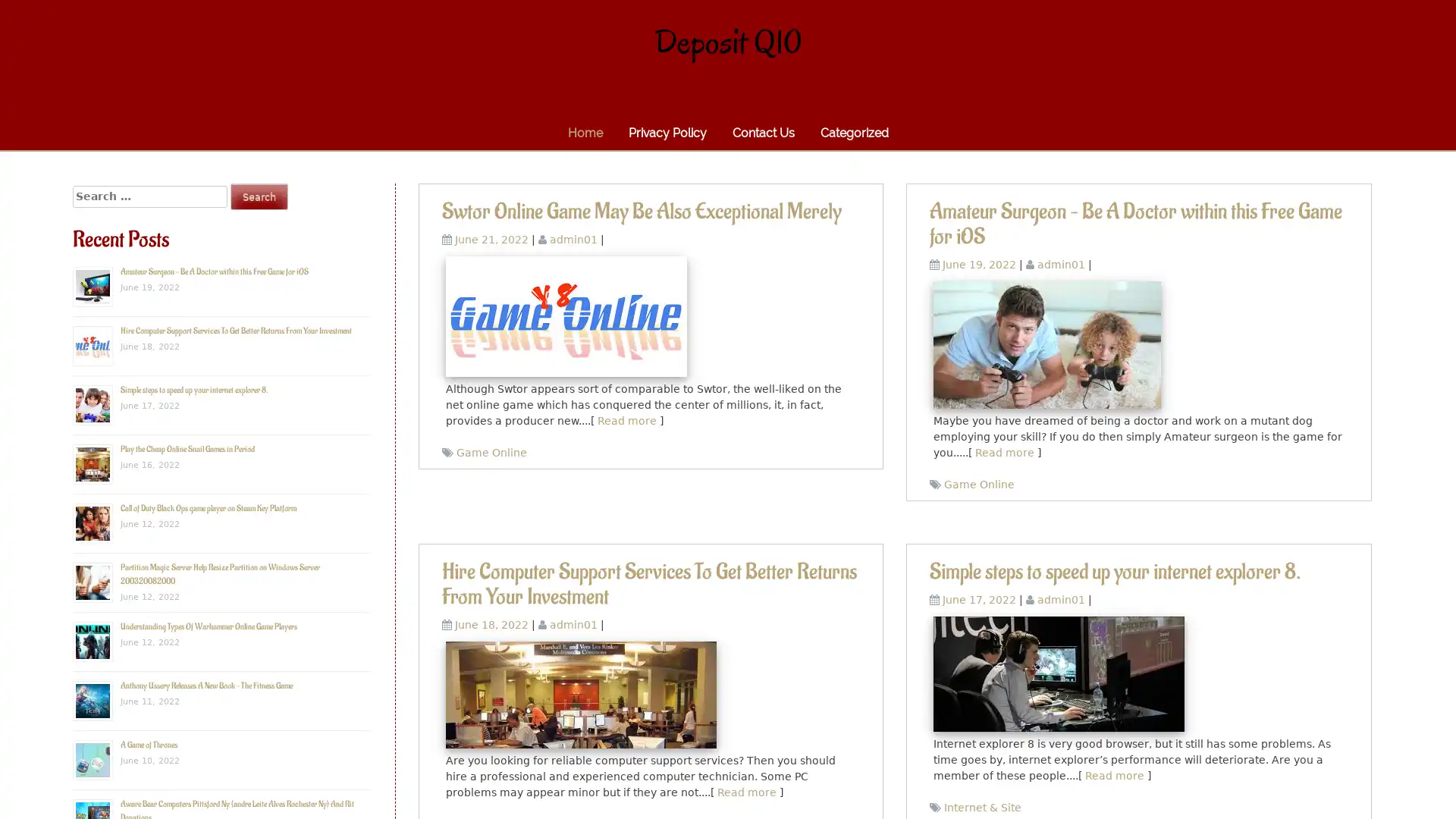 This screenshot has height=819, width=1456. What do you see at coordinates (259, 196) in the screenshot?
I see `Search` at bounding box center [259, 196].